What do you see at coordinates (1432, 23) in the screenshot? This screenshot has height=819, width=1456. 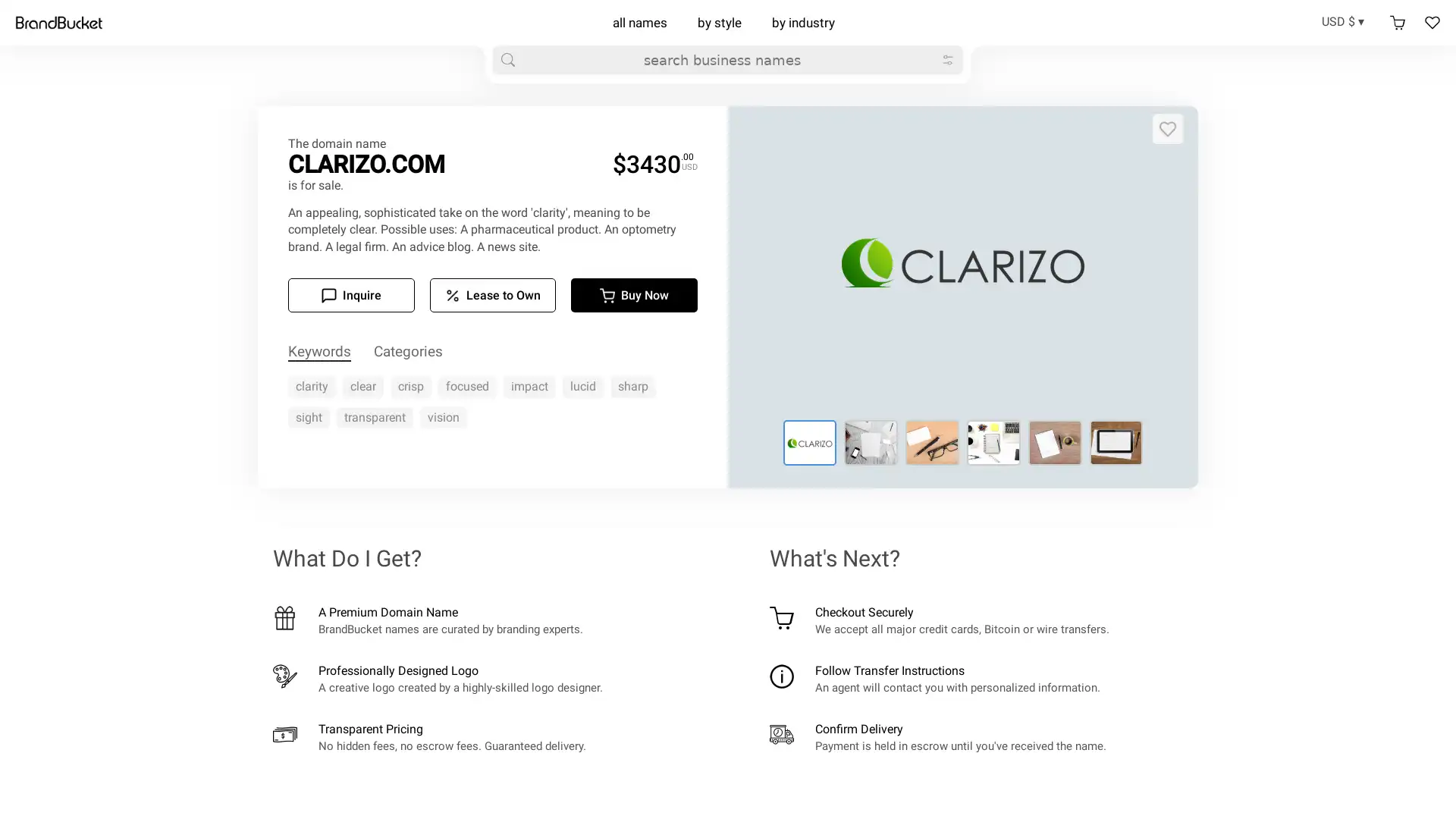 I see `Favorites Favorites` at bounding box center [1432, 23].